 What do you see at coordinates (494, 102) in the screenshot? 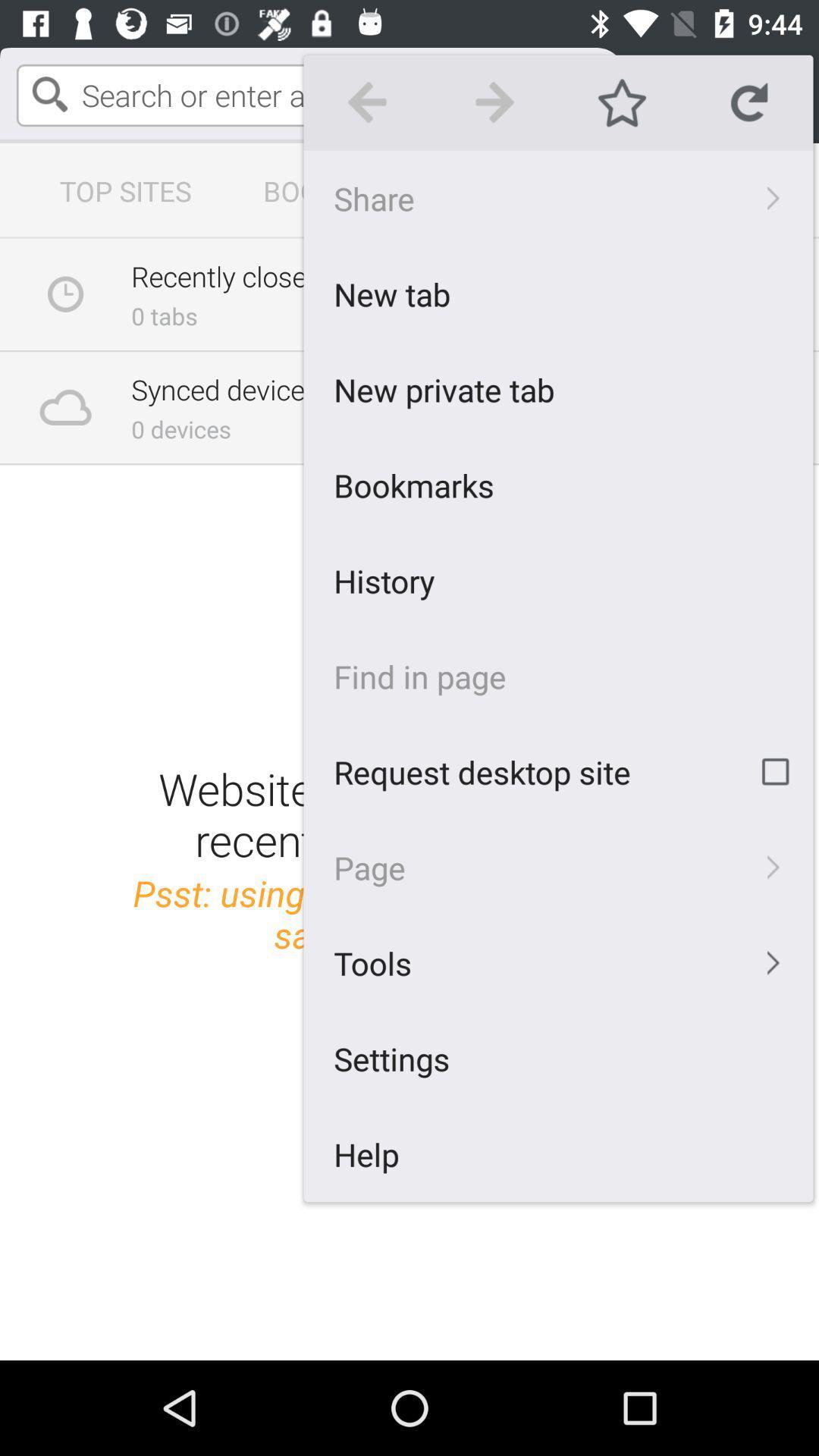
I see `icon above share item` at bounding box center [494, 102].